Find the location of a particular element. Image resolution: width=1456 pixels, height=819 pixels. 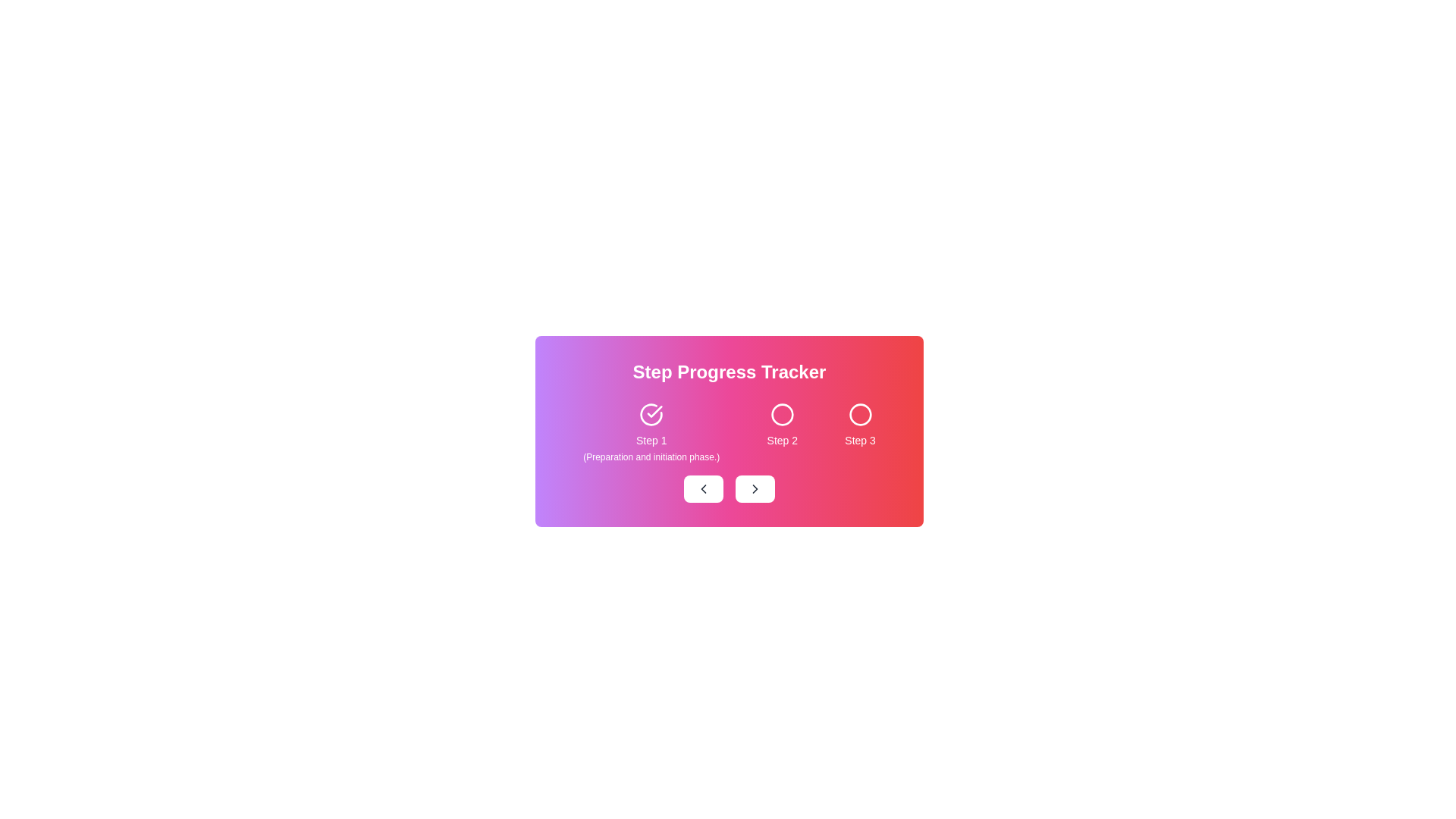

the status of the first Progress Tracker Item labeled 'Step 1', which includes a circular icon with a checkmark and explanatory text below it is located at coordinates (651, 432).